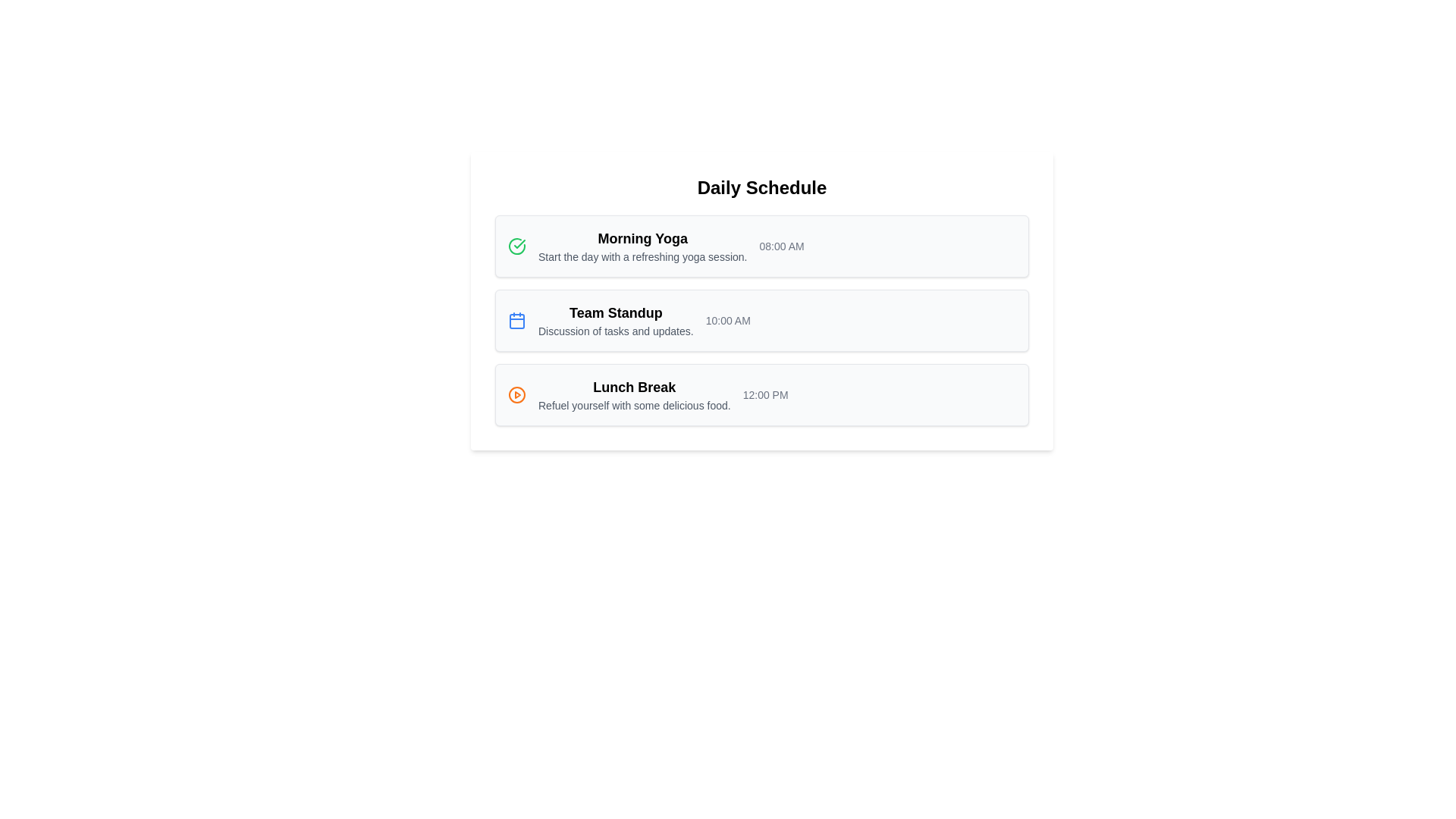 The width and height of the screenshot is (1456, 819). What do you see at coordinates (634, 405) in the screenshot?
I see `descriptive text element located underneath the 'Lunch Break' section in the bottom third of the schedule layout` at bounding box center [634, 405].